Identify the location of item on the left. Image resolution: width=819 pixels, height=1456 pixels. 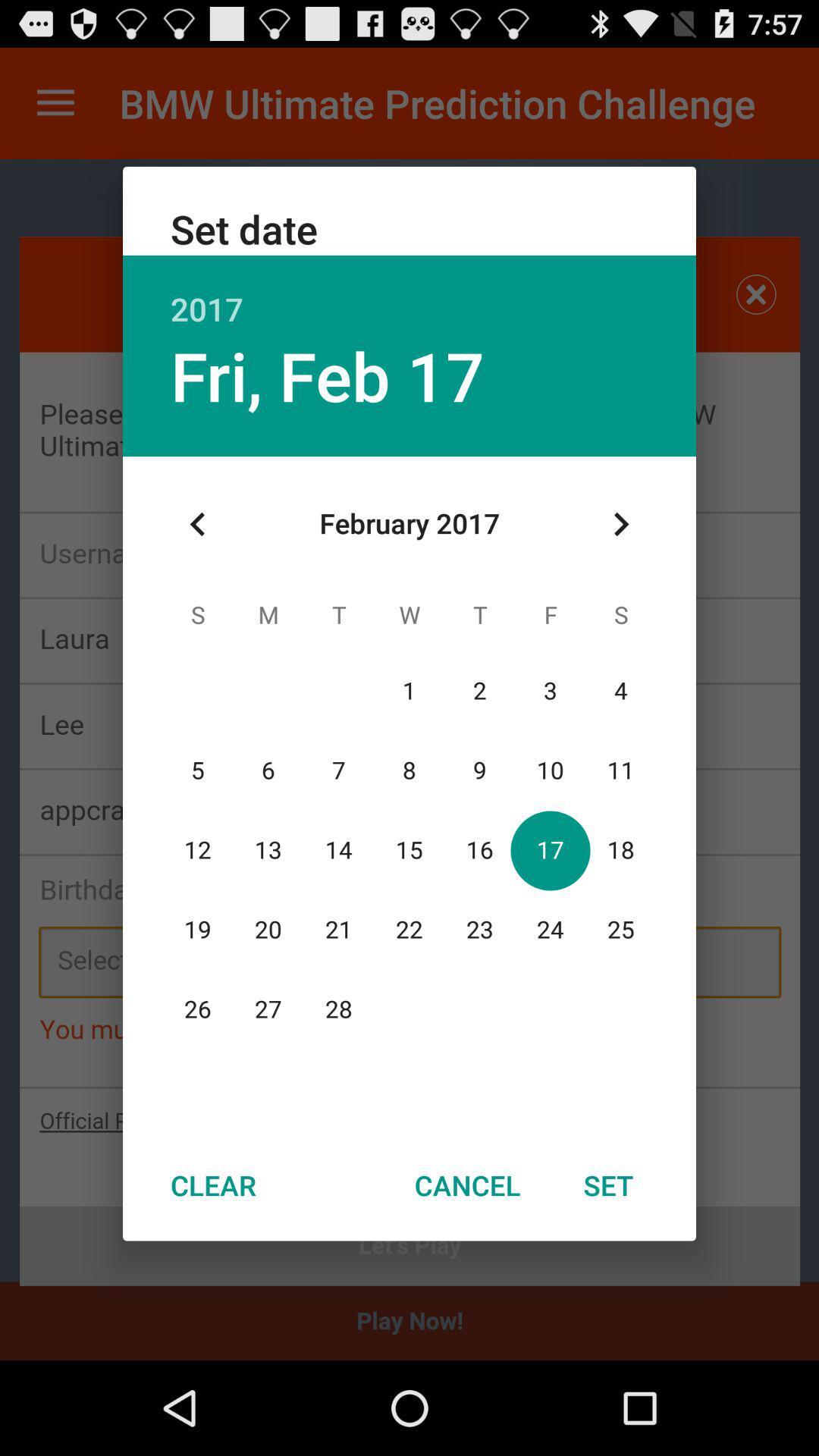
(197, 524).